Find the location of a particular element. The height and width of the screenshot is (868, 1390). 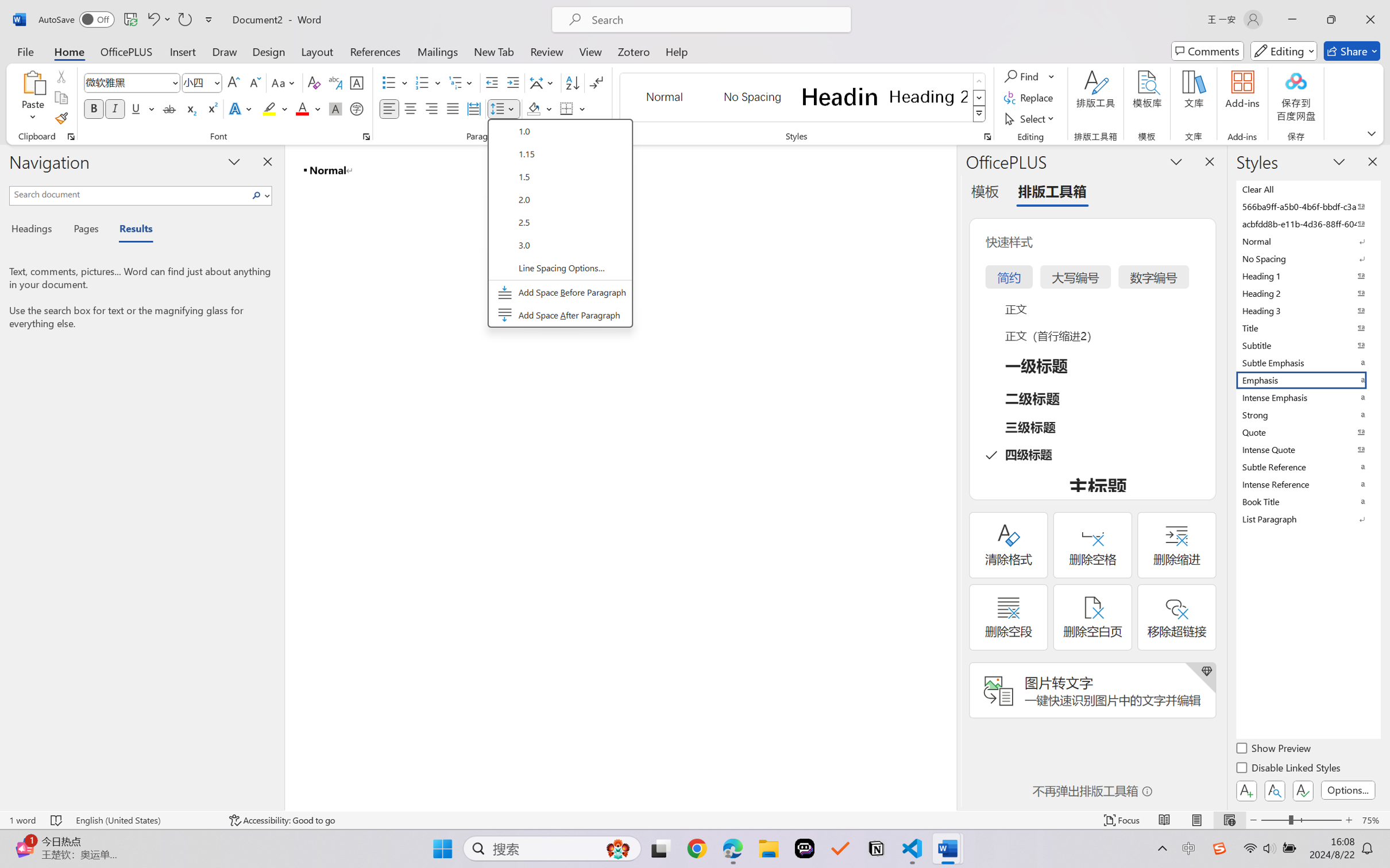

'Undo Style' is located at coordinates (152, 19).